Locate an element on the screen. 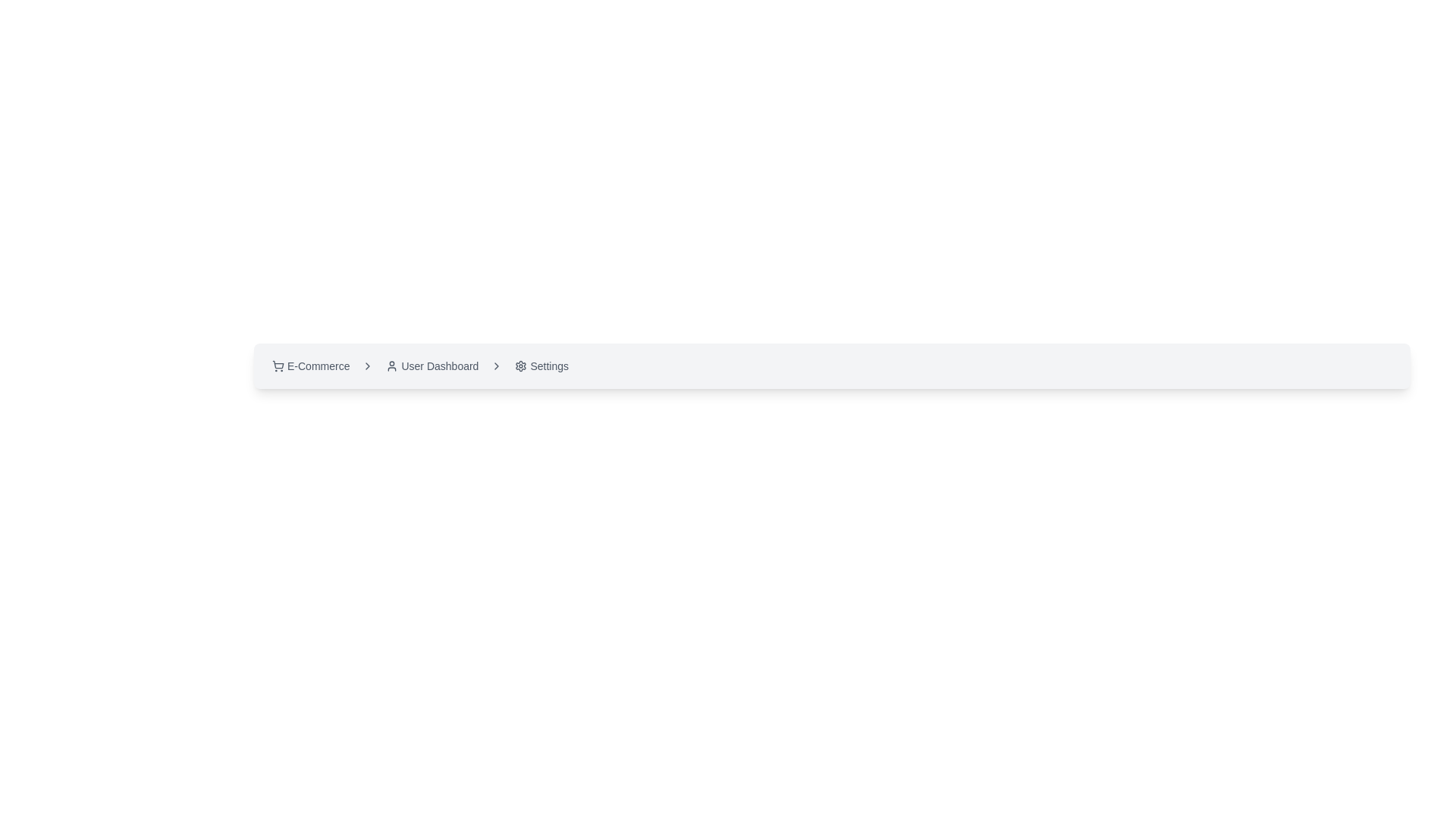  the chevron-like icon in the breadcrumb navigation bar, positioned between the 'E-Commerce' and 'User Dashboard' labels is located at coordinates (368, 366).